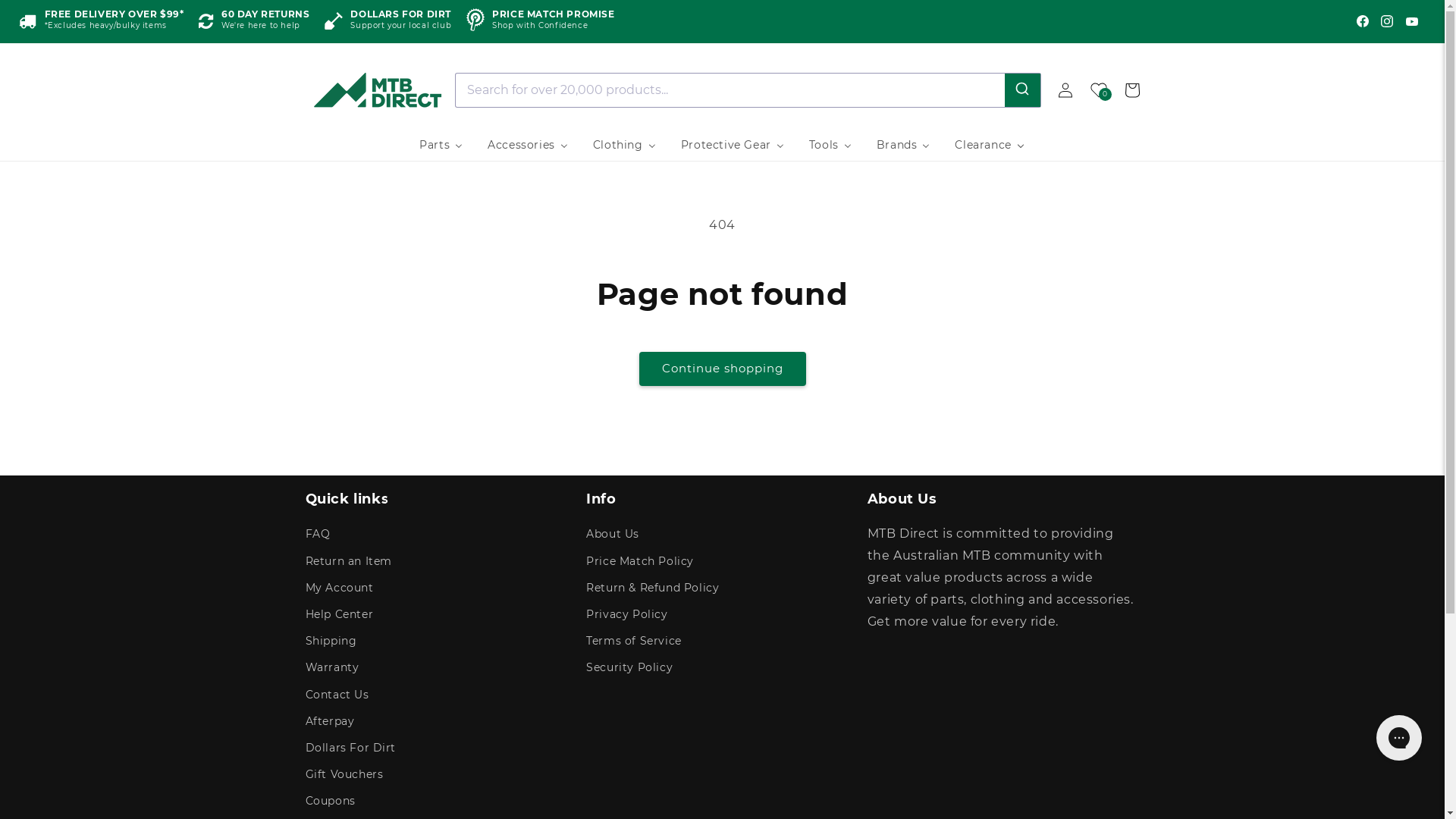 Image resolution: width=1456 pixels, height=819 pixels. Describe the element at coordinates (349, 747) in the screenshot. I see `'Dollars For Dirt'` at that location.